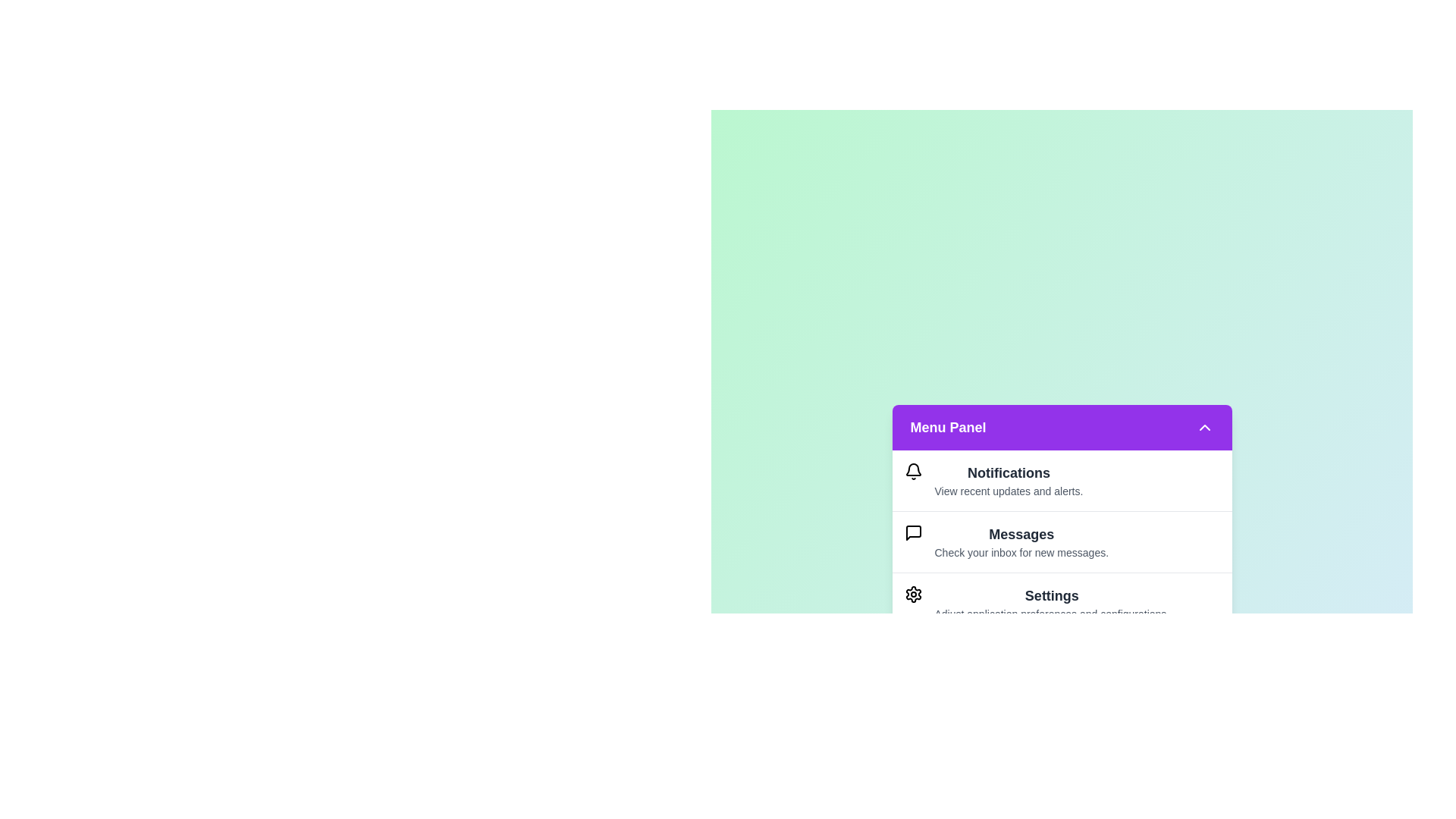  Describe the element at coordinates (1061, 480) in the screenshot. I see `the menu item Notifications from the list` at that location.